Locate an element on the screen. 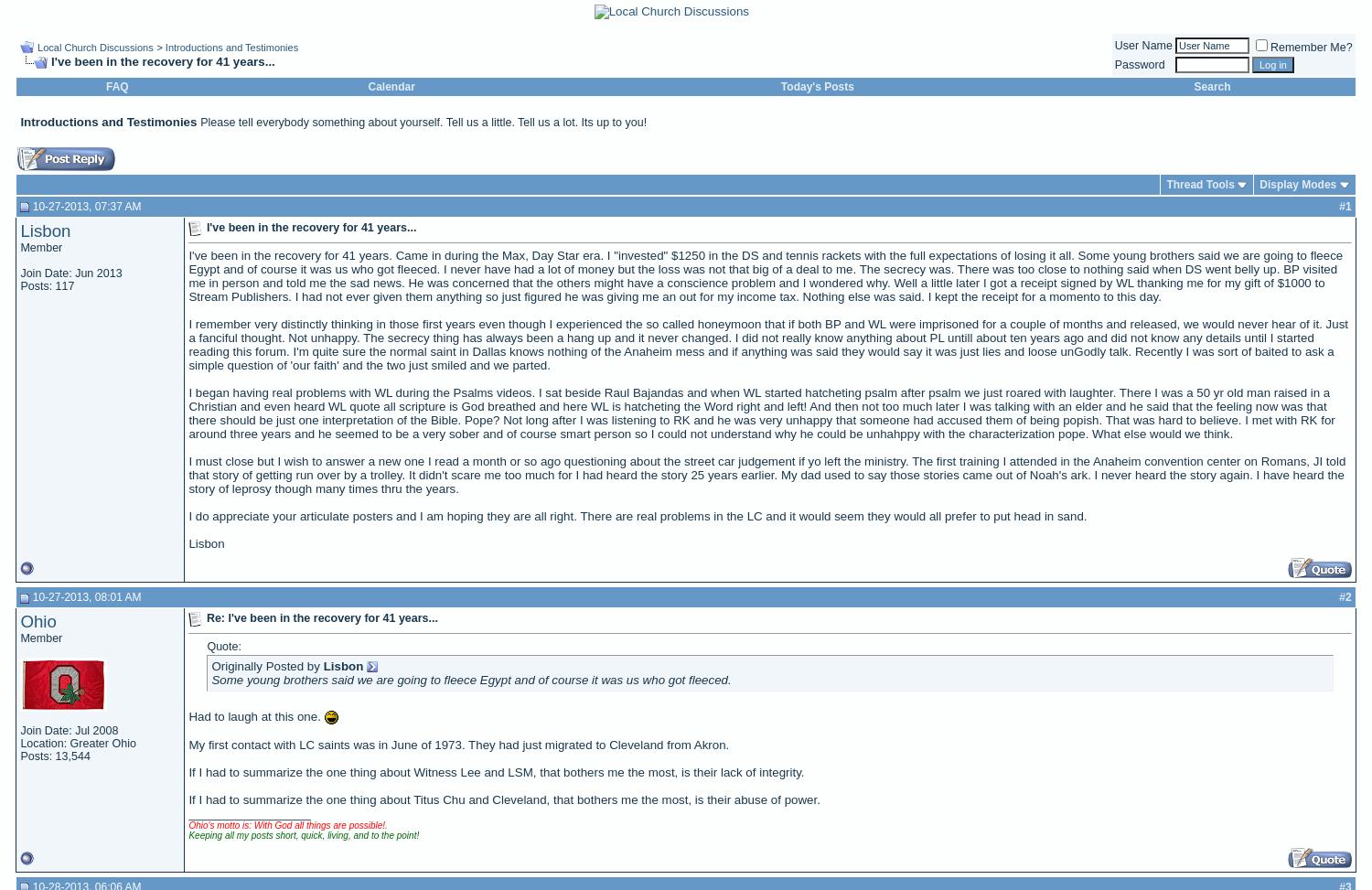 This screenshot has height=890, width=1372. 'User Name' is located at coordinates (1142, 45).